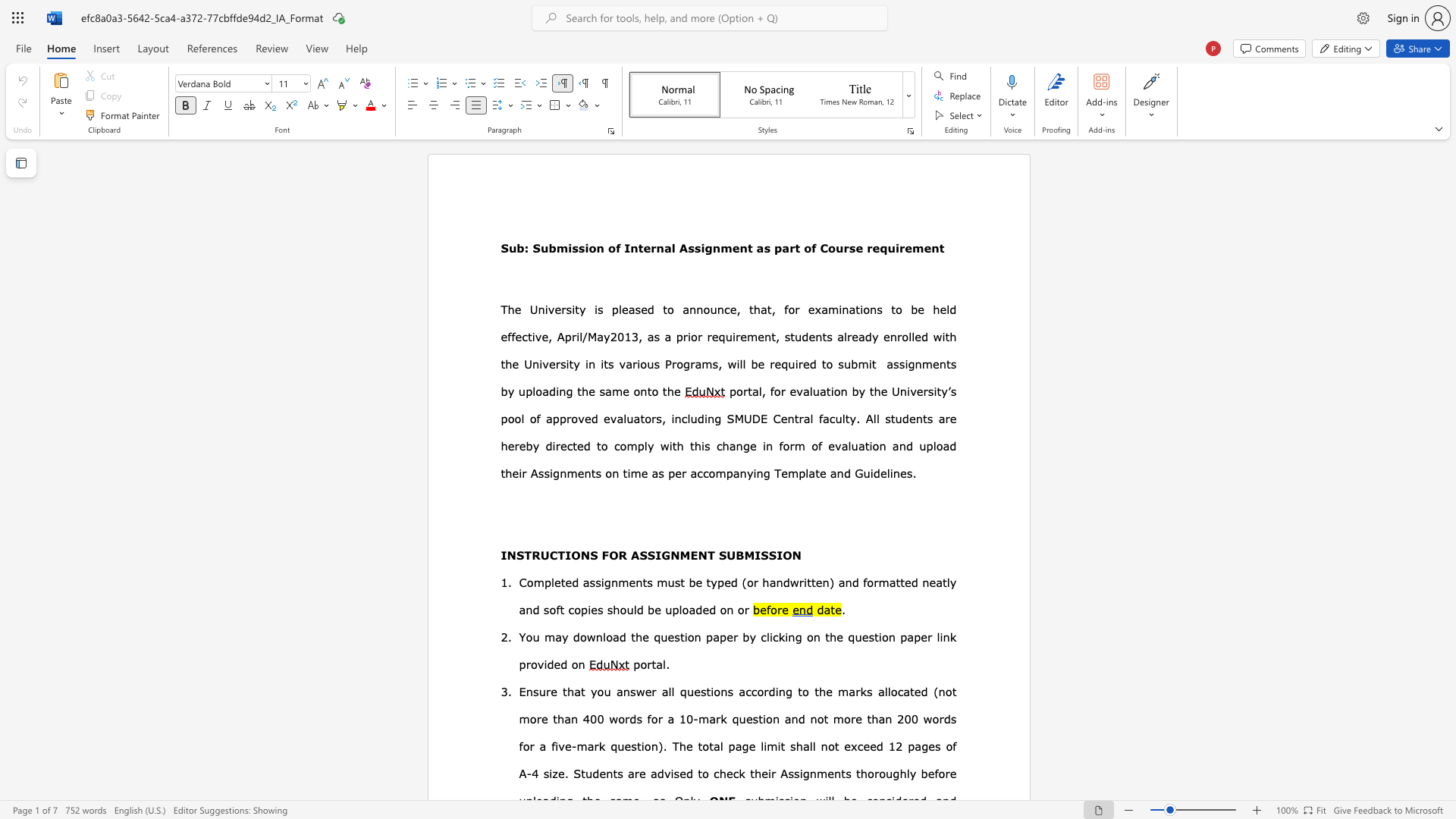  What do you see at coordinates (603, 581) in the screenshot?
I see `the subset text "gnments must be ty" within the text "Completed assignments must be typed"` at bounding box center [603, 581].